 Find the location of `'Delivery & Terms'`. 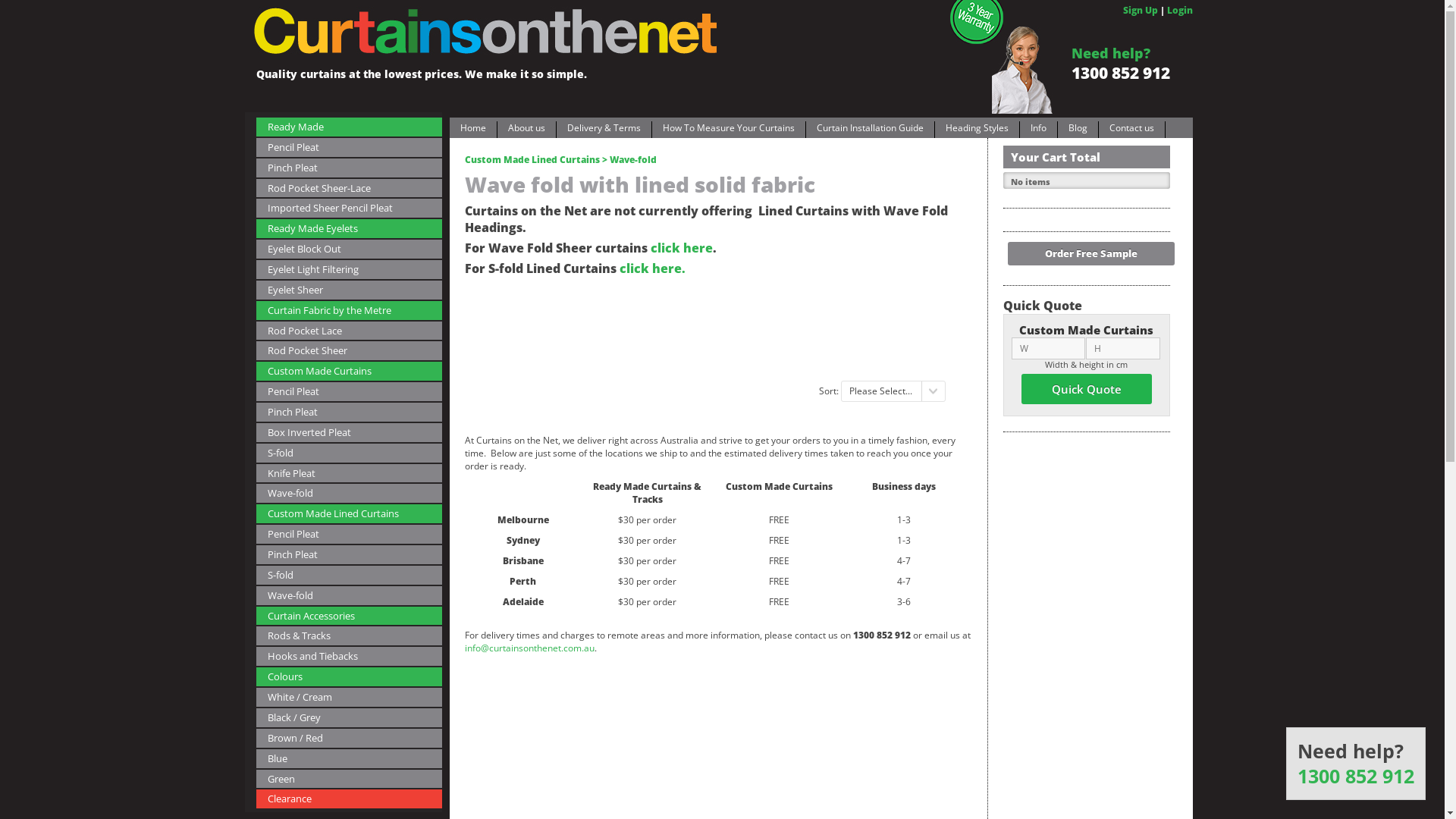

'Delivery & Terms' is located at coordinates (603, 128).